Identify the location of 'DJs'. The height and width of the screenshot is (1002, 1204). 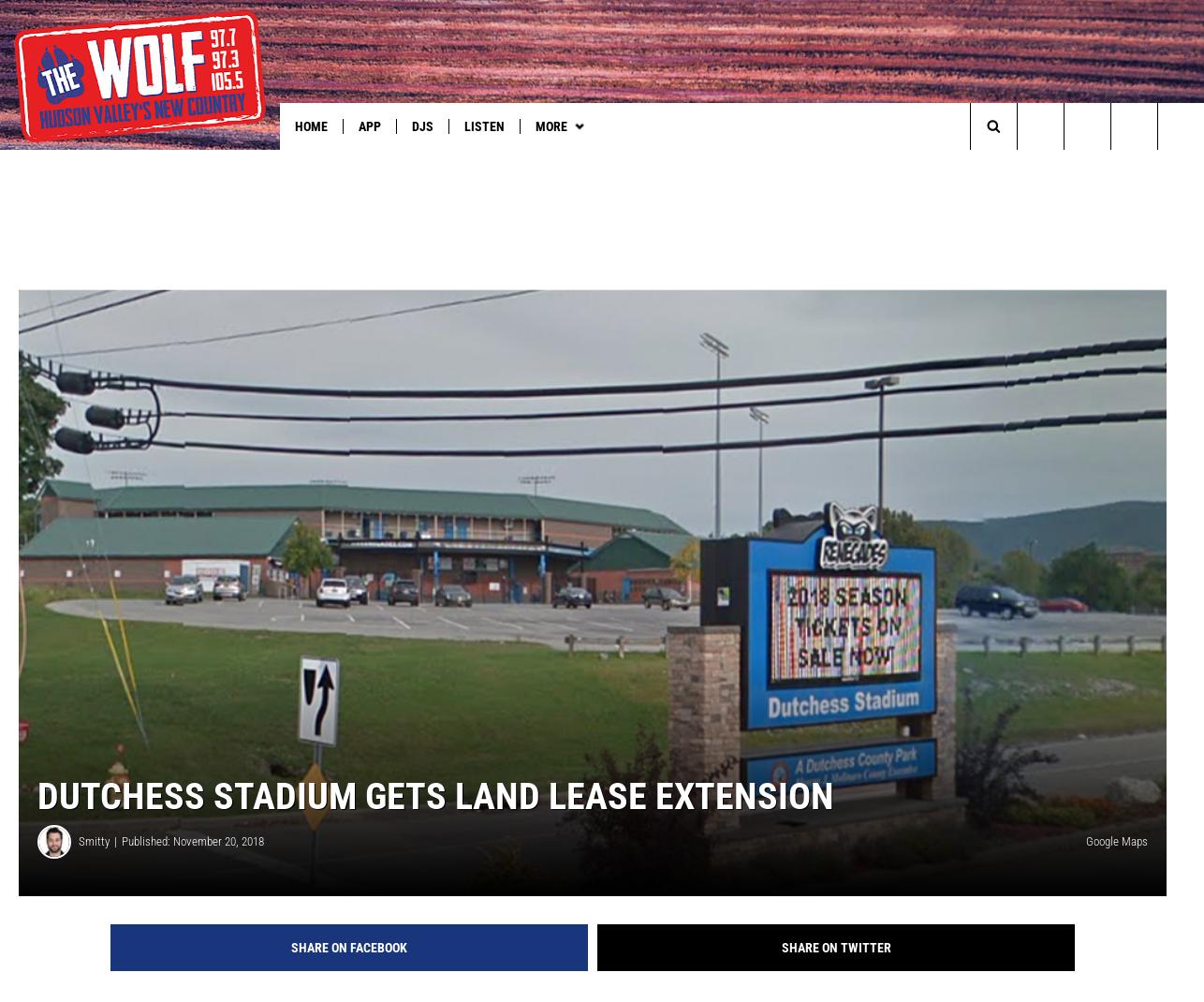
(420, 126).